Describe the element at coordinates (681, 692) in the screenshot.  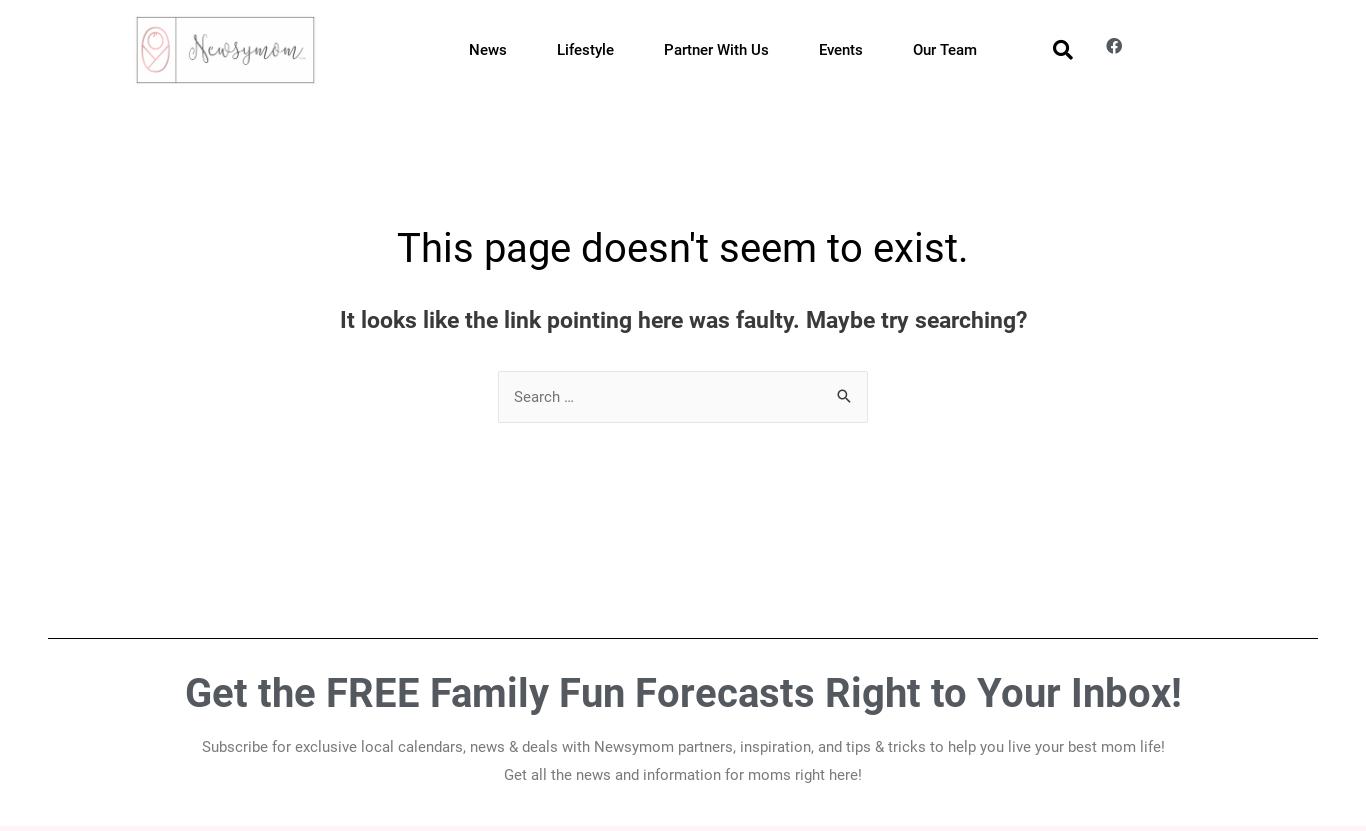
I see `'Get the FREE Family Fun Forecasts Right to Your Inbox!'` at that location.